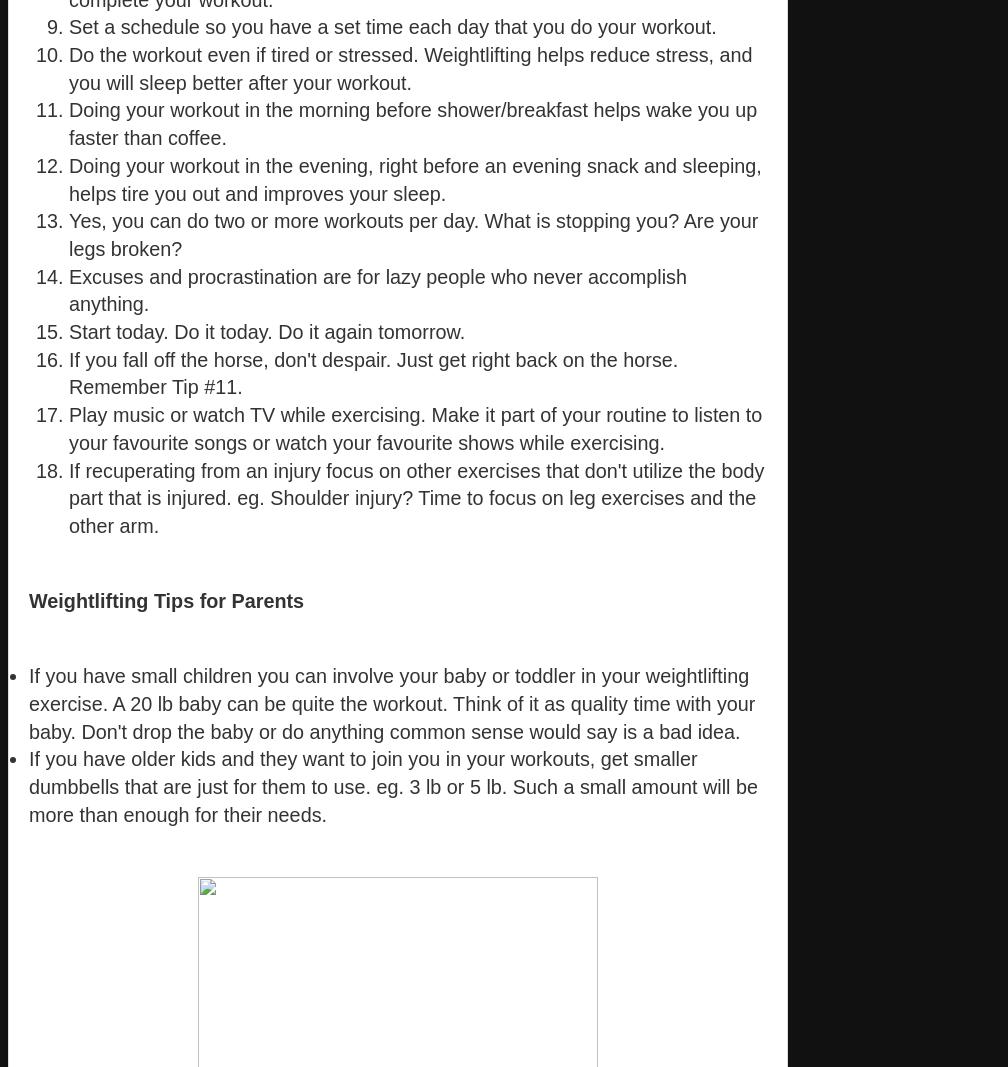 Image resolution: width=1008 pixels, height=1067 pixels. What do you see at coordinates (392, 25) in the screenshot?
I see `'Set a schedule so you have a set time each day that you do your workout.'` at bounding box center [392, 25].